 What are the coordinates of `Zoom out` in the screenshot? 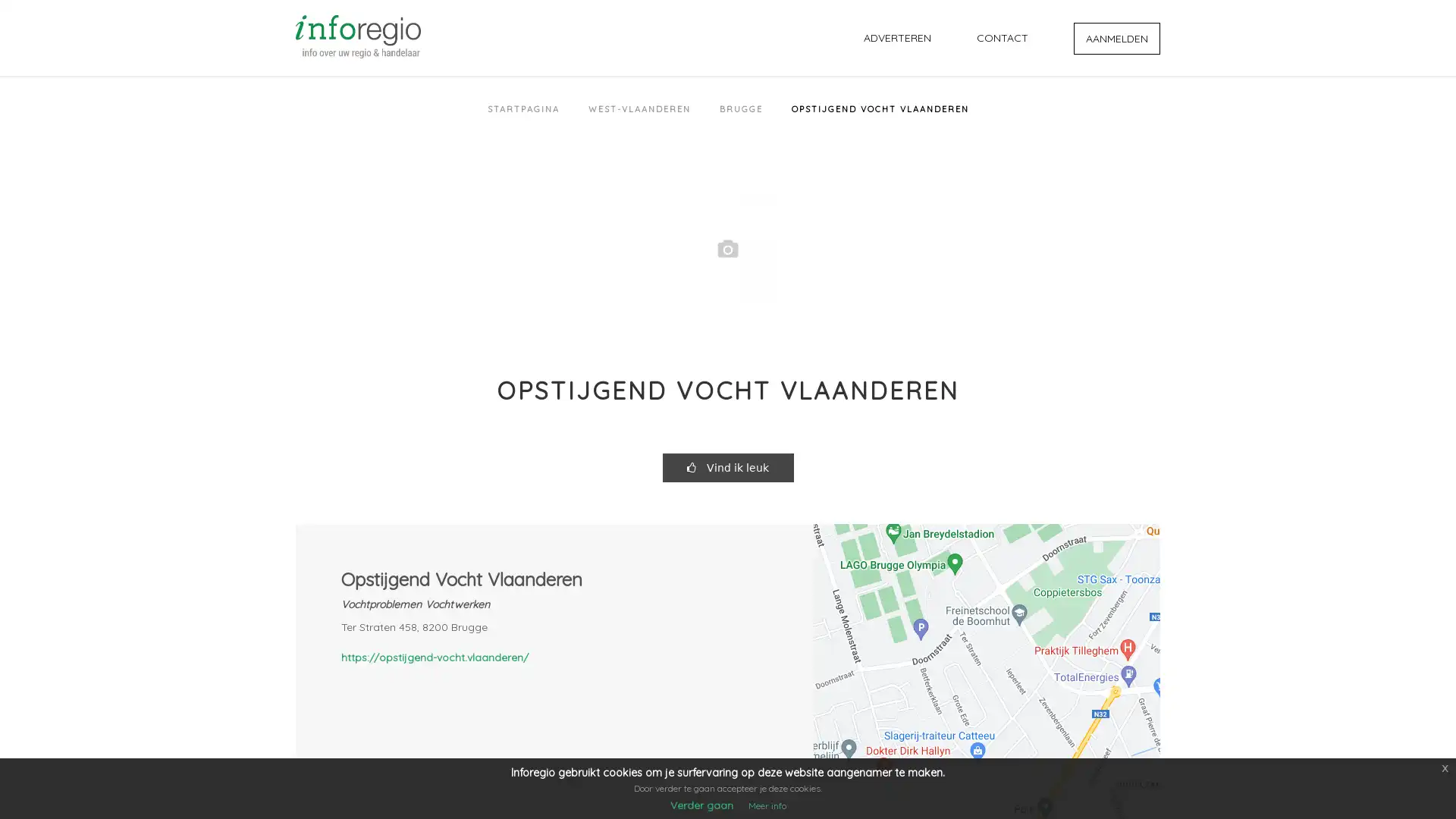 It's located at (1137, 792).